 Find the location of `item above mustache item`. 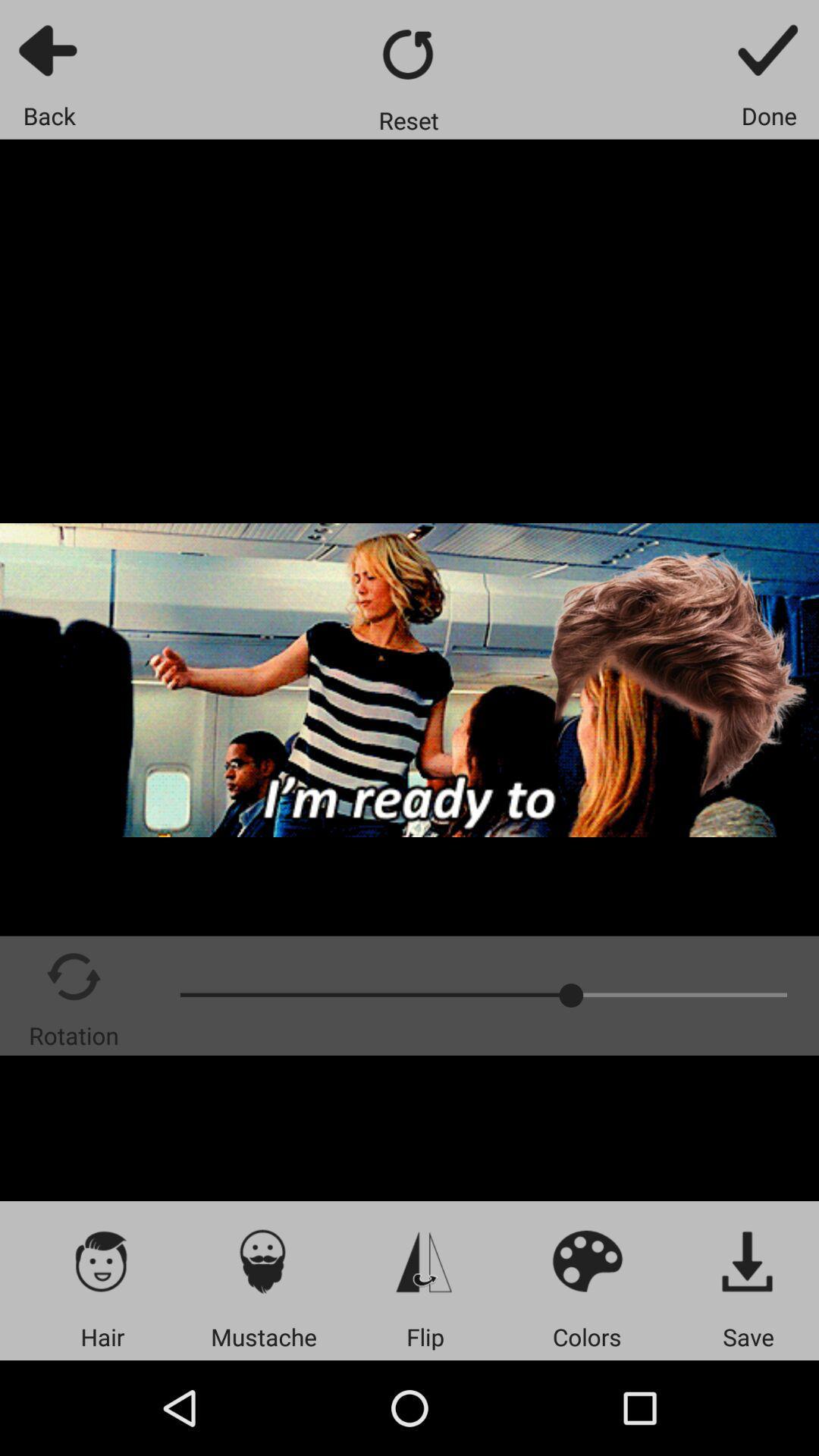

item above mustache item is located at coordinates (262, 1260).